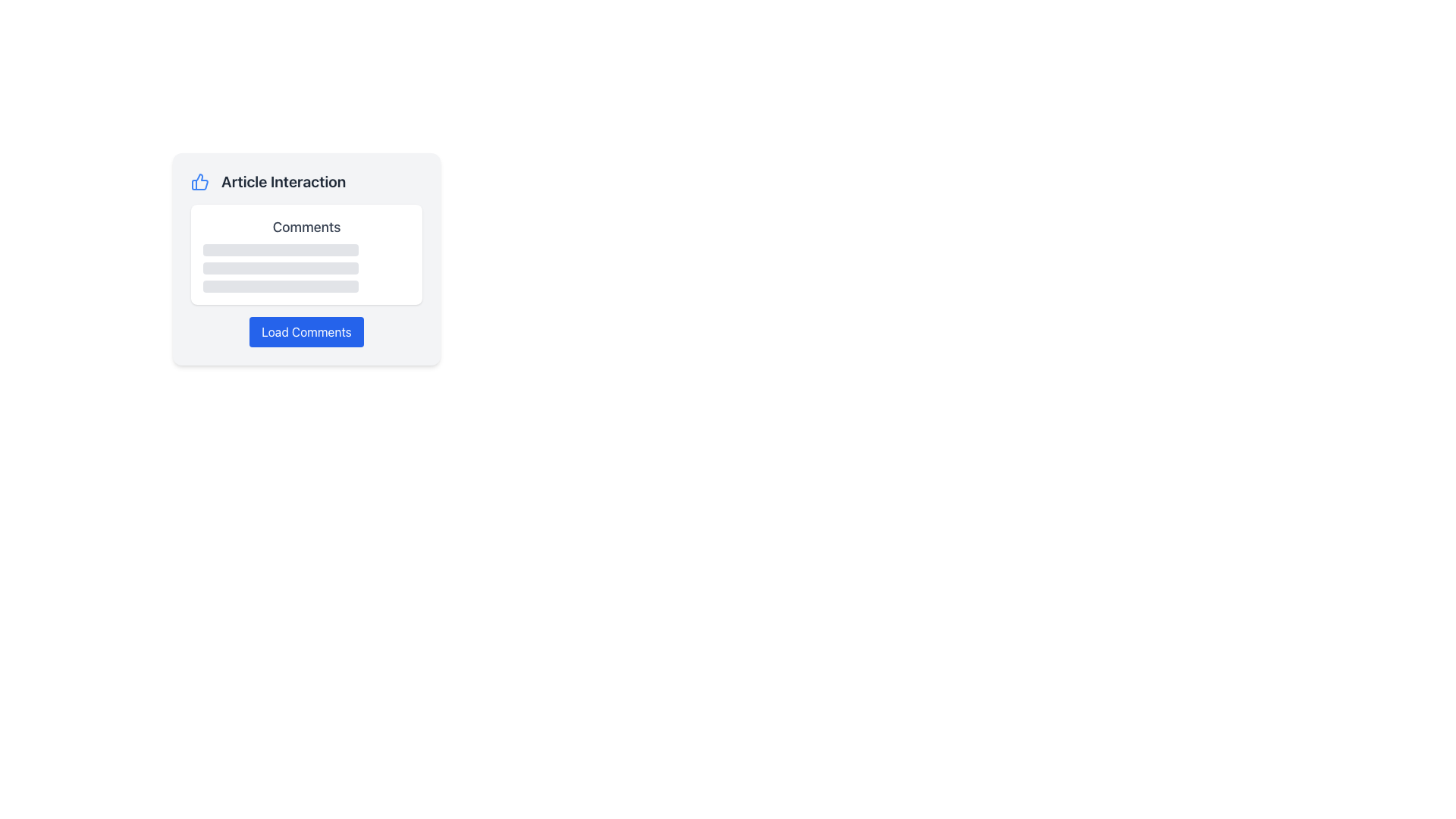  What do you see at coordinates (306, 268) in the screenshot?
I see `the placeholder element that visually indicates loading or unavailable content, located beneath the 'Comments' header and above the 'Load Comments' button` at bounding box center [306, 268].